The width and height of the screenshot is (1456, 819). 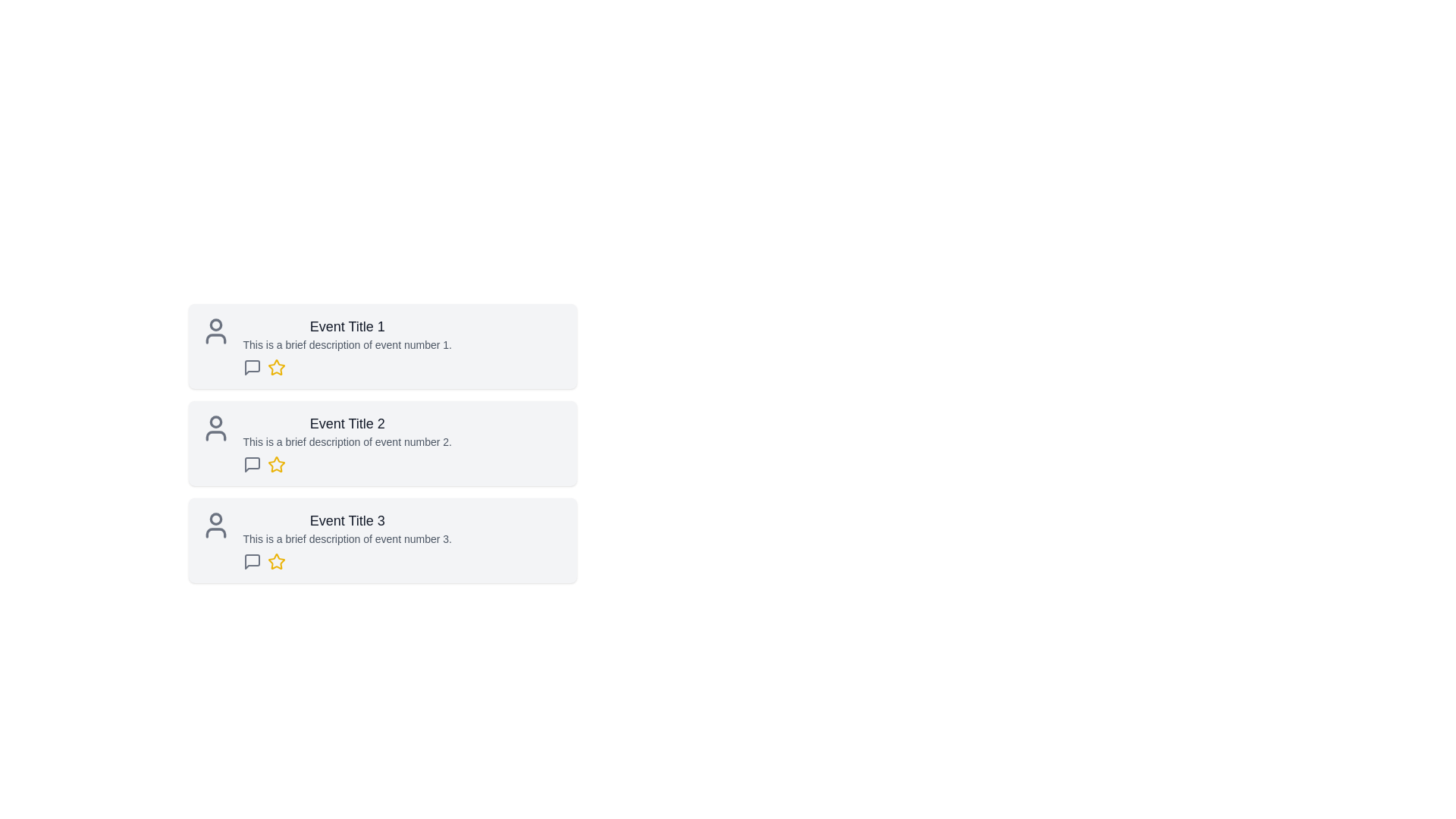 What do you see at coordinates (215, 435) in the screenshot?
I see `the user avatar icon component located beneath its circular head section, positioned to the left of the 'Event Title 2' text` at bounding box center [215, 435].